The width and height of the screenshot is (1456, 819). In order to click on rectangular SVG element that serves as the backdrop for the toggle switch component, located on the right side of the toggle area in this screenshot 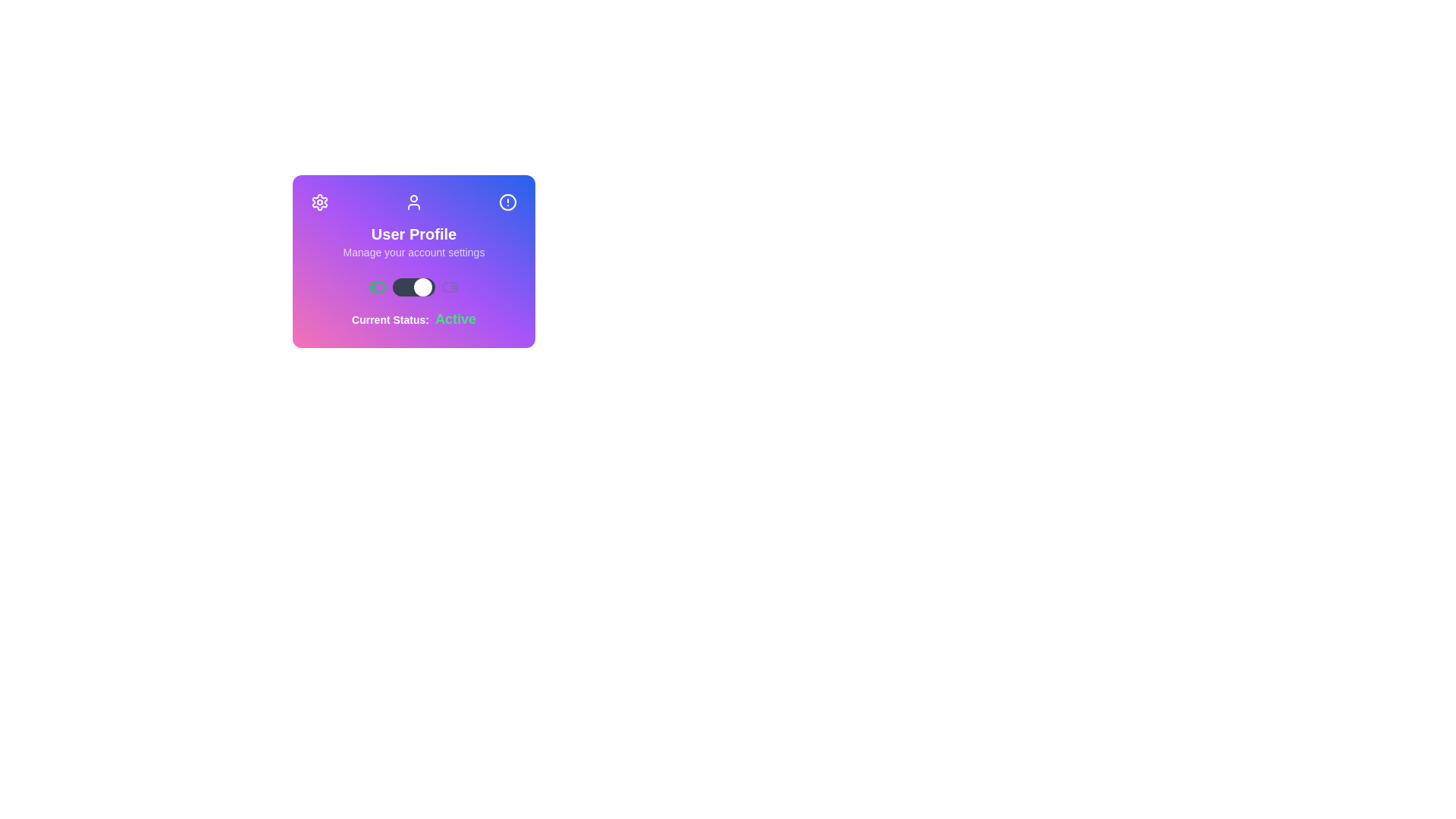, I will do `click(450, 287)`.